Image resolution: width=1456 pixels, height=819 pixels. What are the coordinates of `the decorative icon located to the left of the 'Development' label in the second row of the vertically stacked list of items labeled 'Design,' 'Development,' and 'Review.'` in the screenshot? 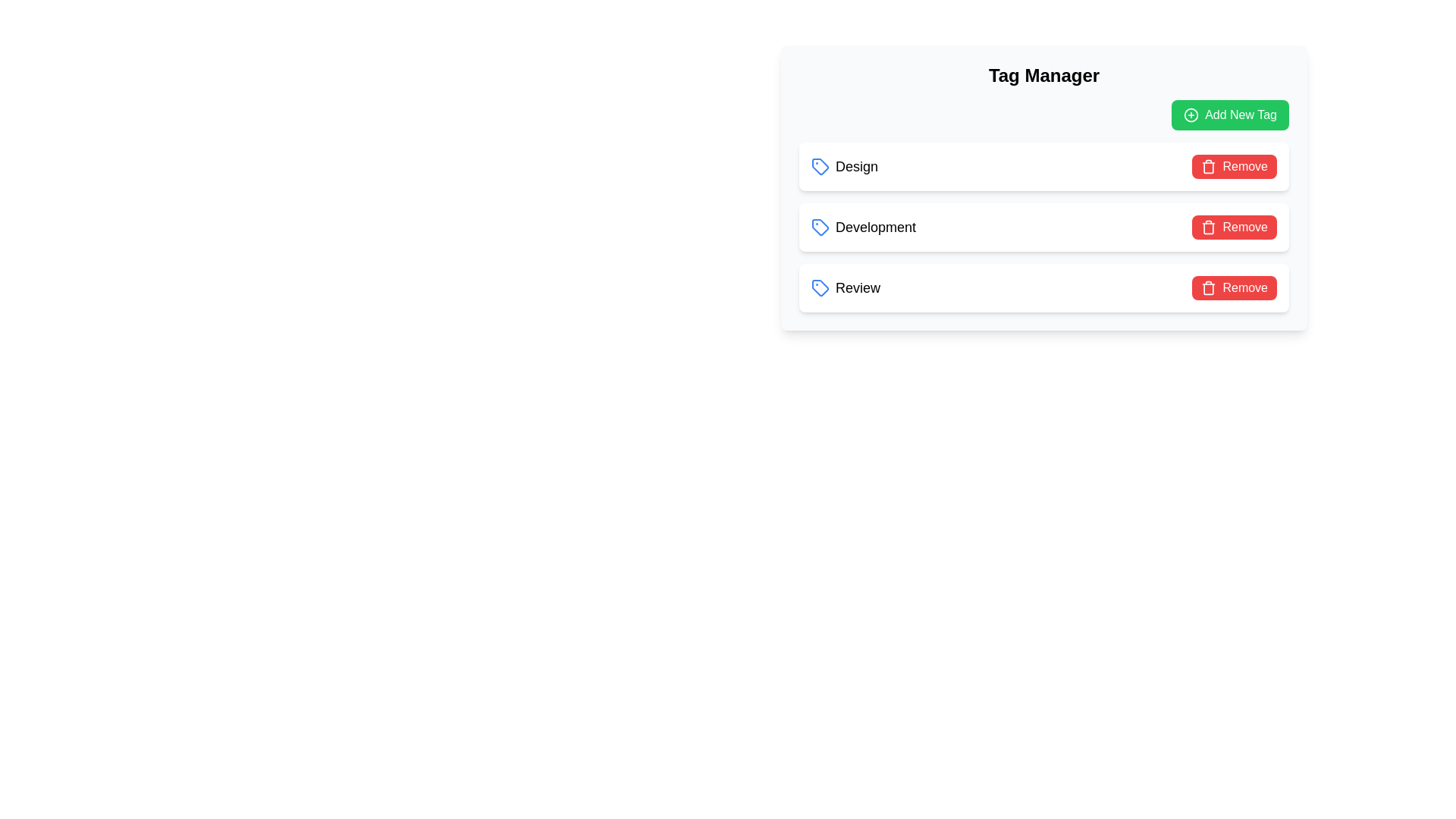 It's located at (819, 227).